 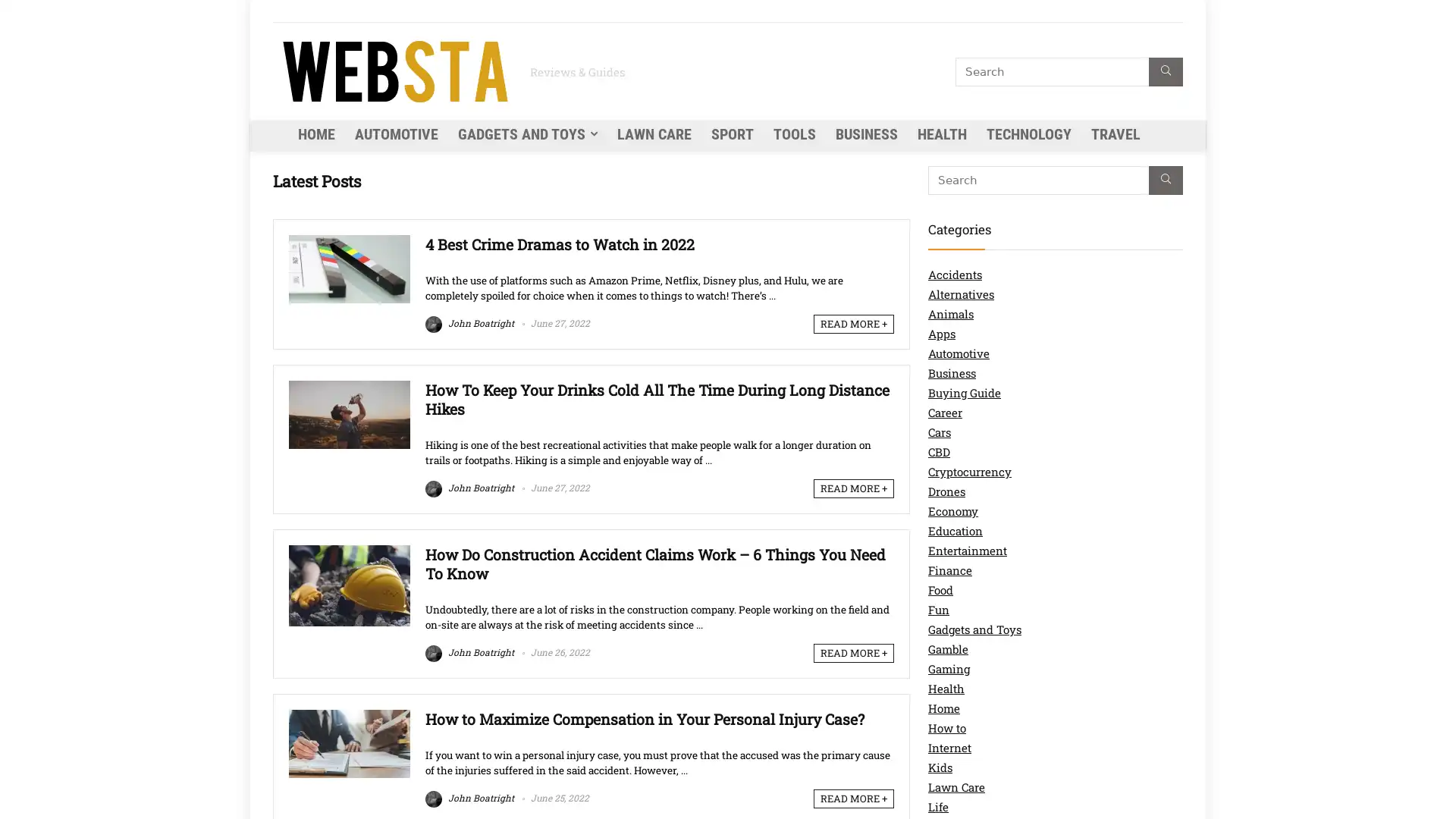 I want to click on Search, so click(x=1165, y=180).